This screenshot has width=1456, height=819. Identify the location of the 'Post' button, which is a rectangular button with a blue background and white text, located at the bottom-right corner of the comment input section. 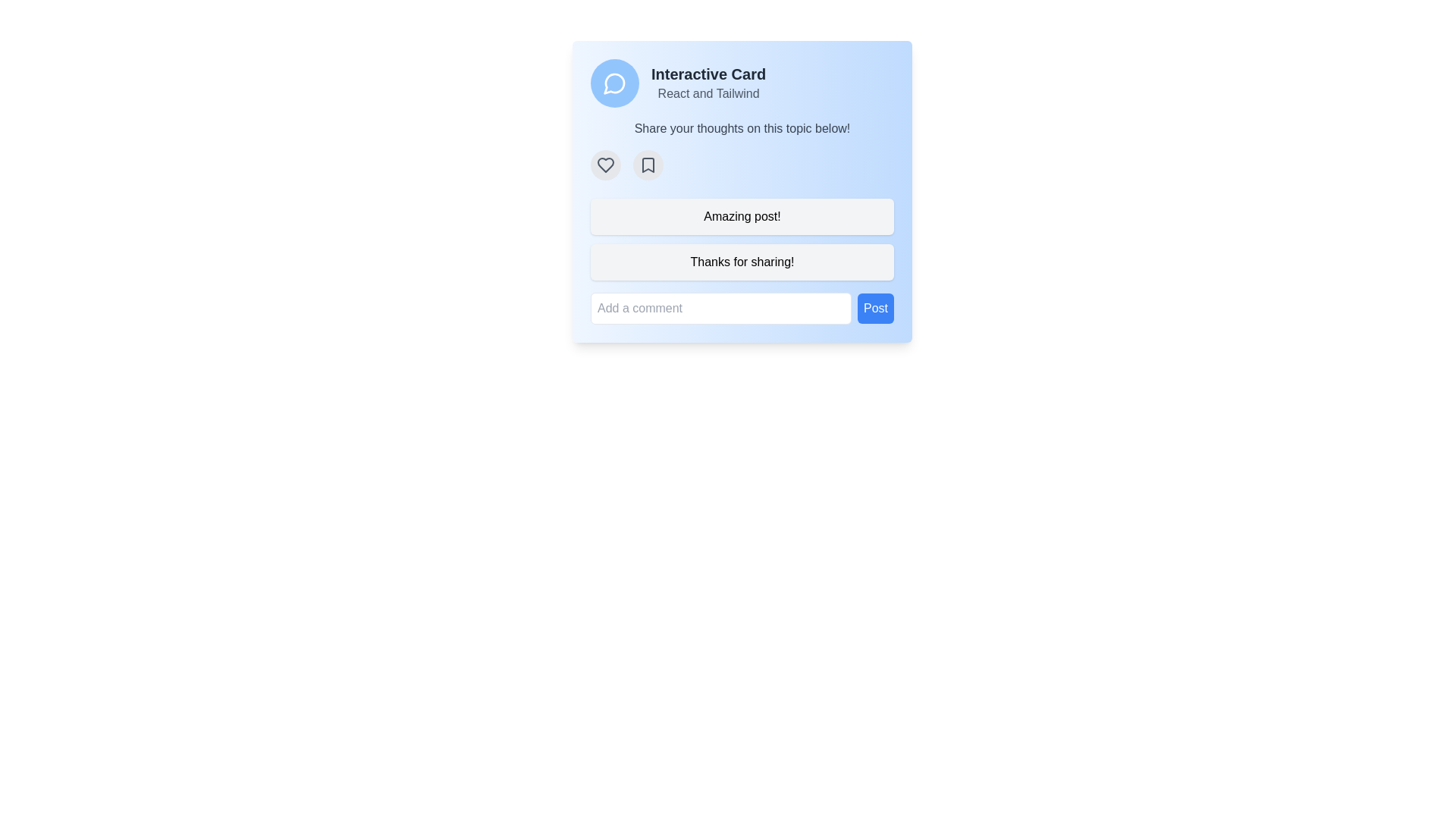
(876, 308).